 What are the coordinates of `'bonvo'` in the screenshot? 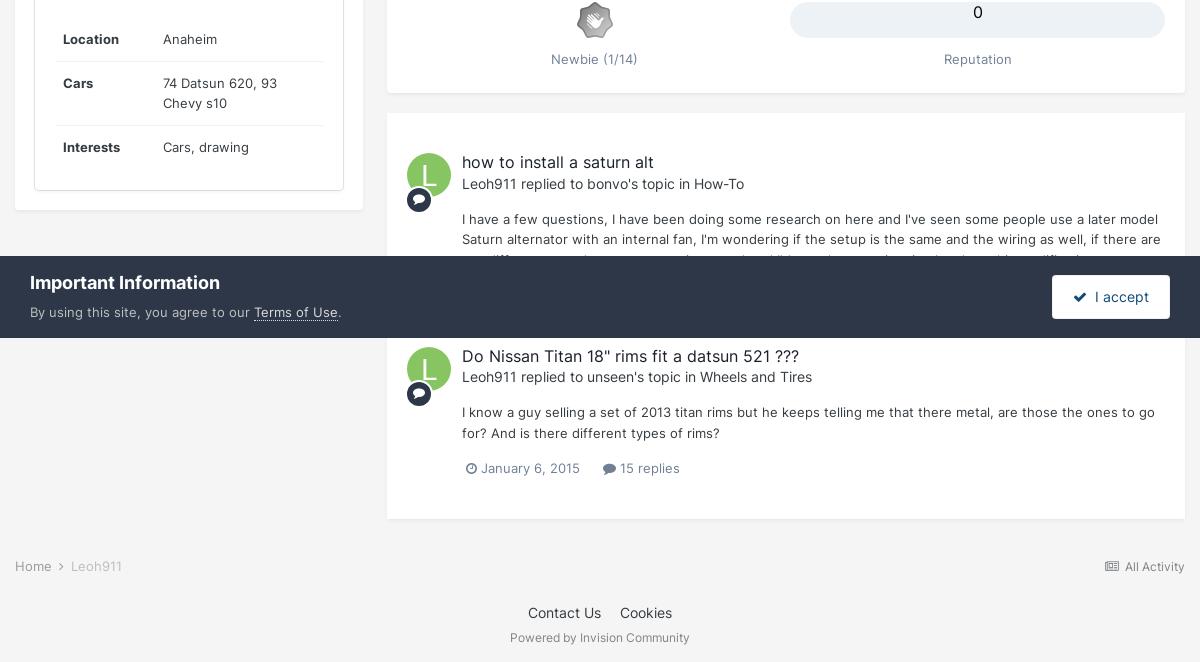 It's located at (607, 181).